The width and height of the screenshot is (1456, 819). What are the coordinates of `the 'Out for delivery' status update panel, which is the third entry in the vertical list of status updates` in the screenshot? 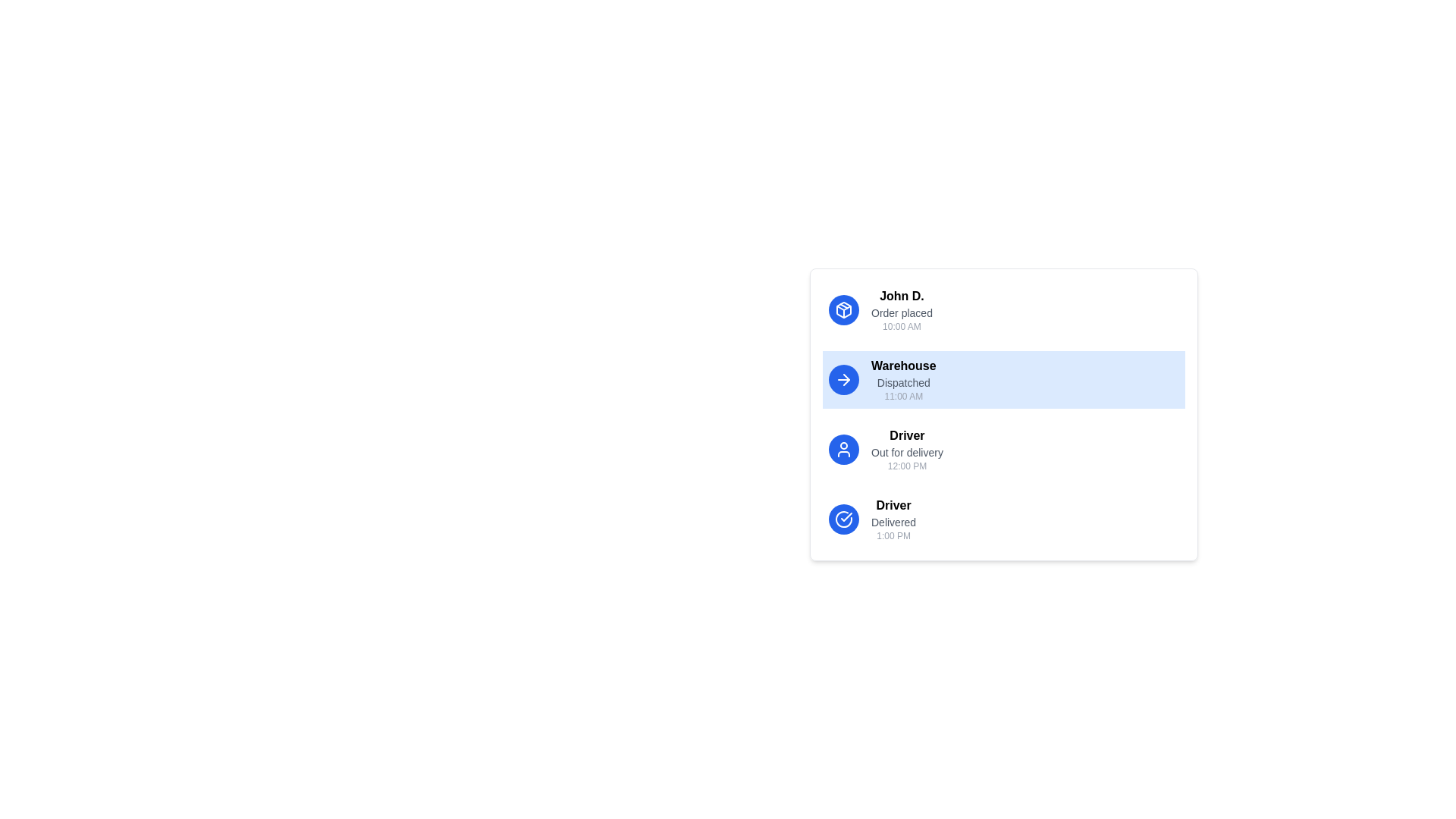 It's located at (1004, 449).